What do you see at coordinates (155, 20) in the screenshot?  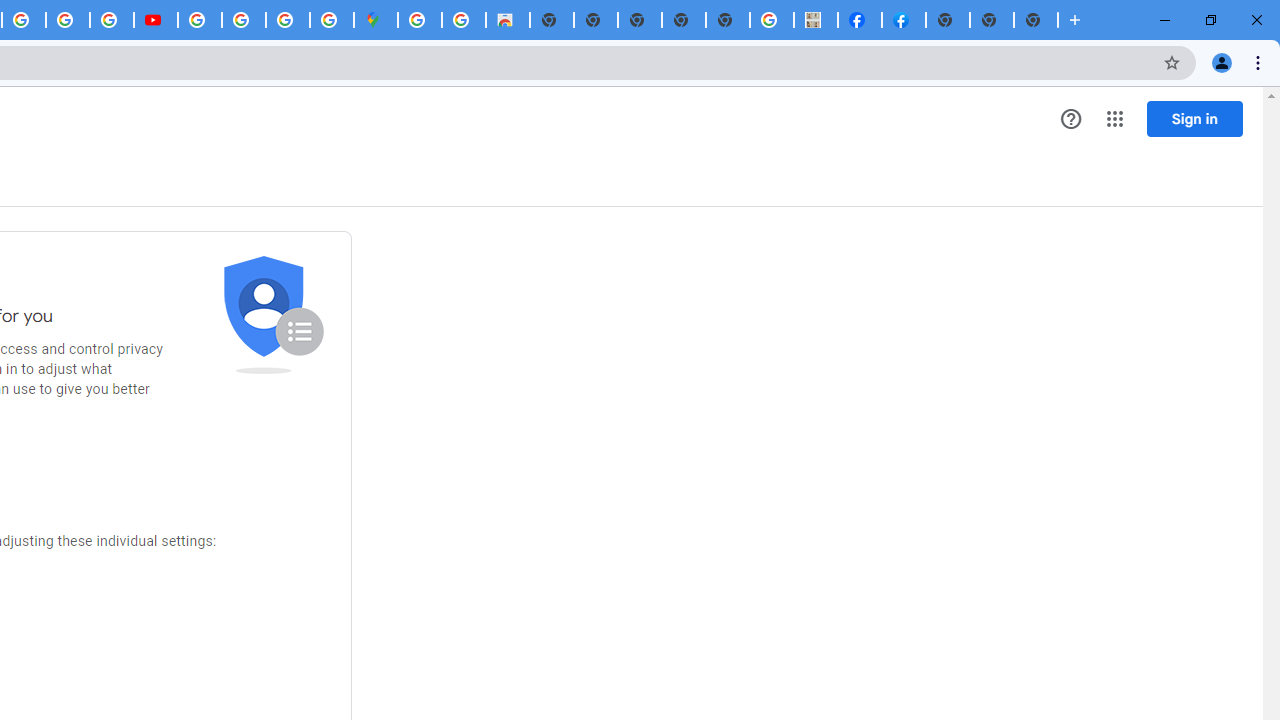 I see `'Subscriptions - YouTube'` at bounding box center [155, 20].